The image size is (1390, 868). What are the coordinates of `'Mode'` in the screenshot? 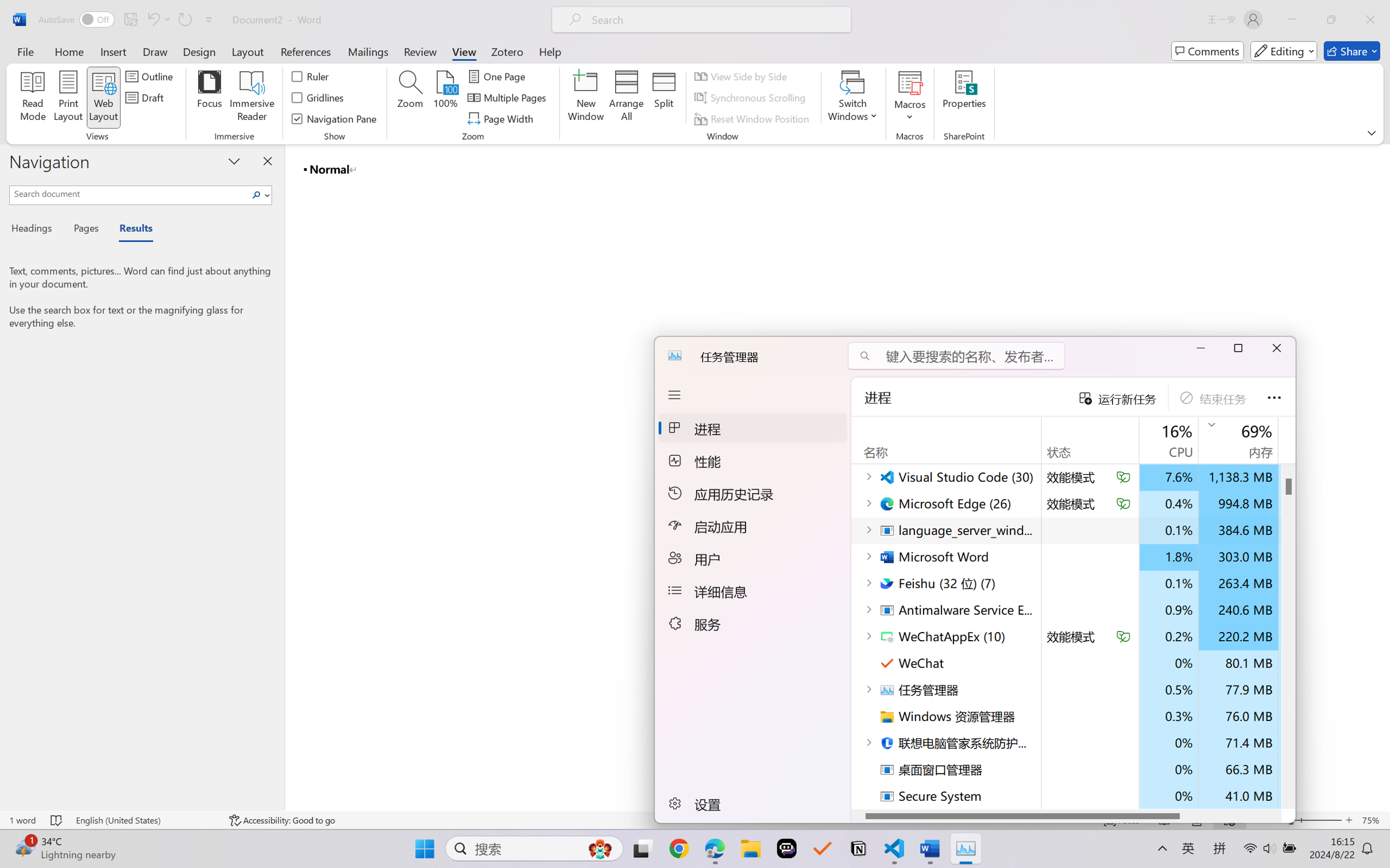 It's located at (1284, 51).